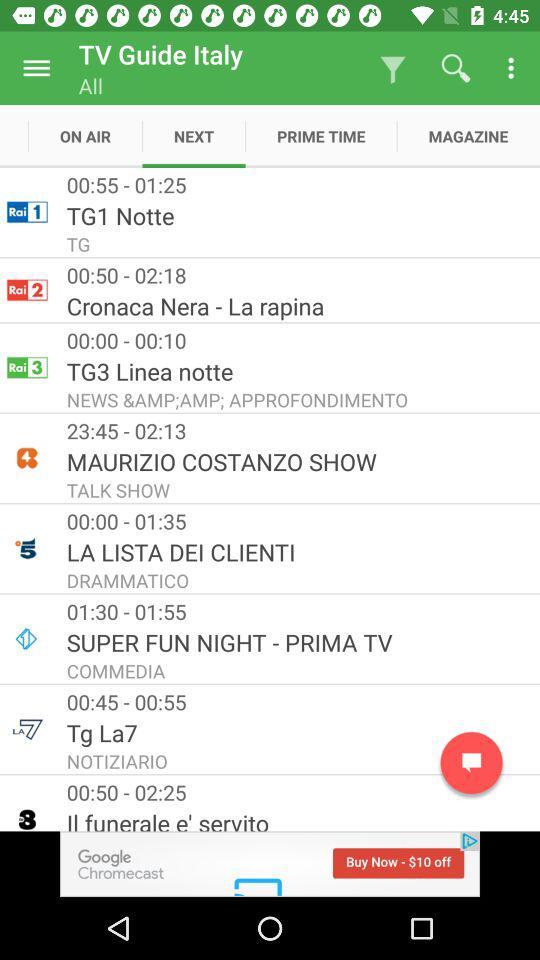 The image size is (540, 960). Describe the element at coordinates (270, 863) in the screenshot. I see `advertisement banner` at that location.